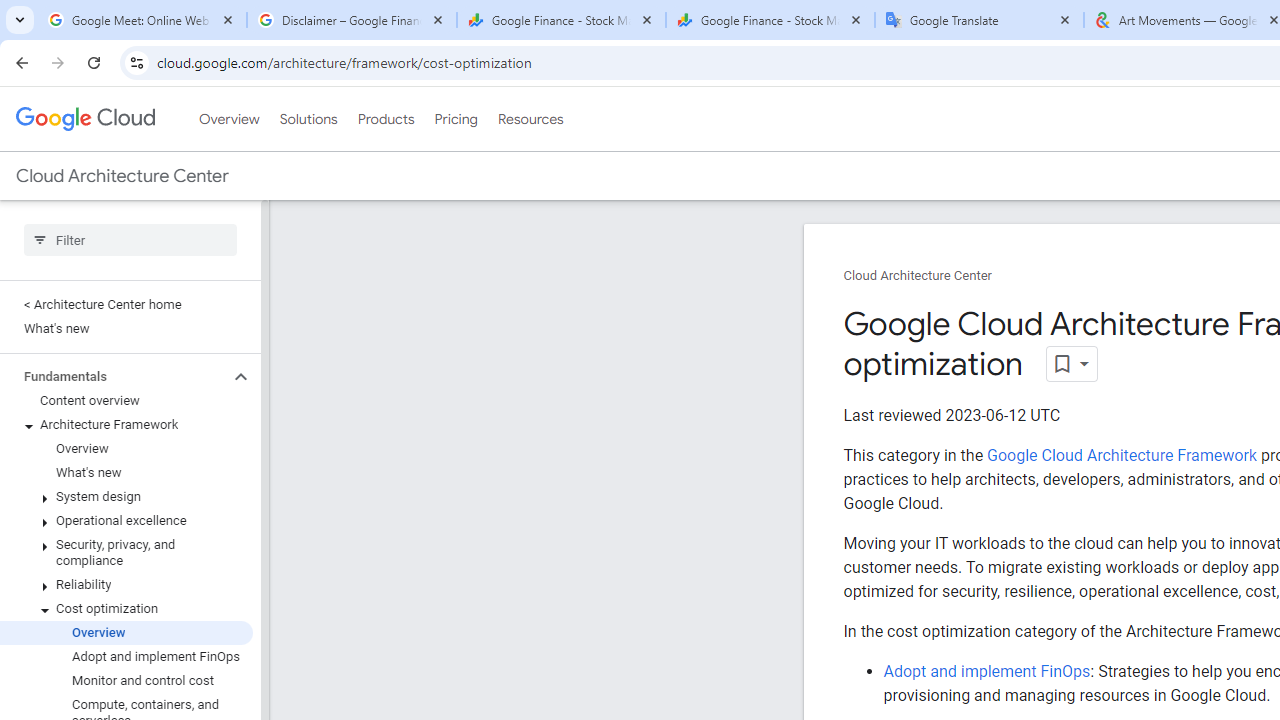 The width and height of the screenshot is (1280, 720). Describe the element at coordinates (113, 376) in the screenshot. I see `'Fundamentals'` at that location.